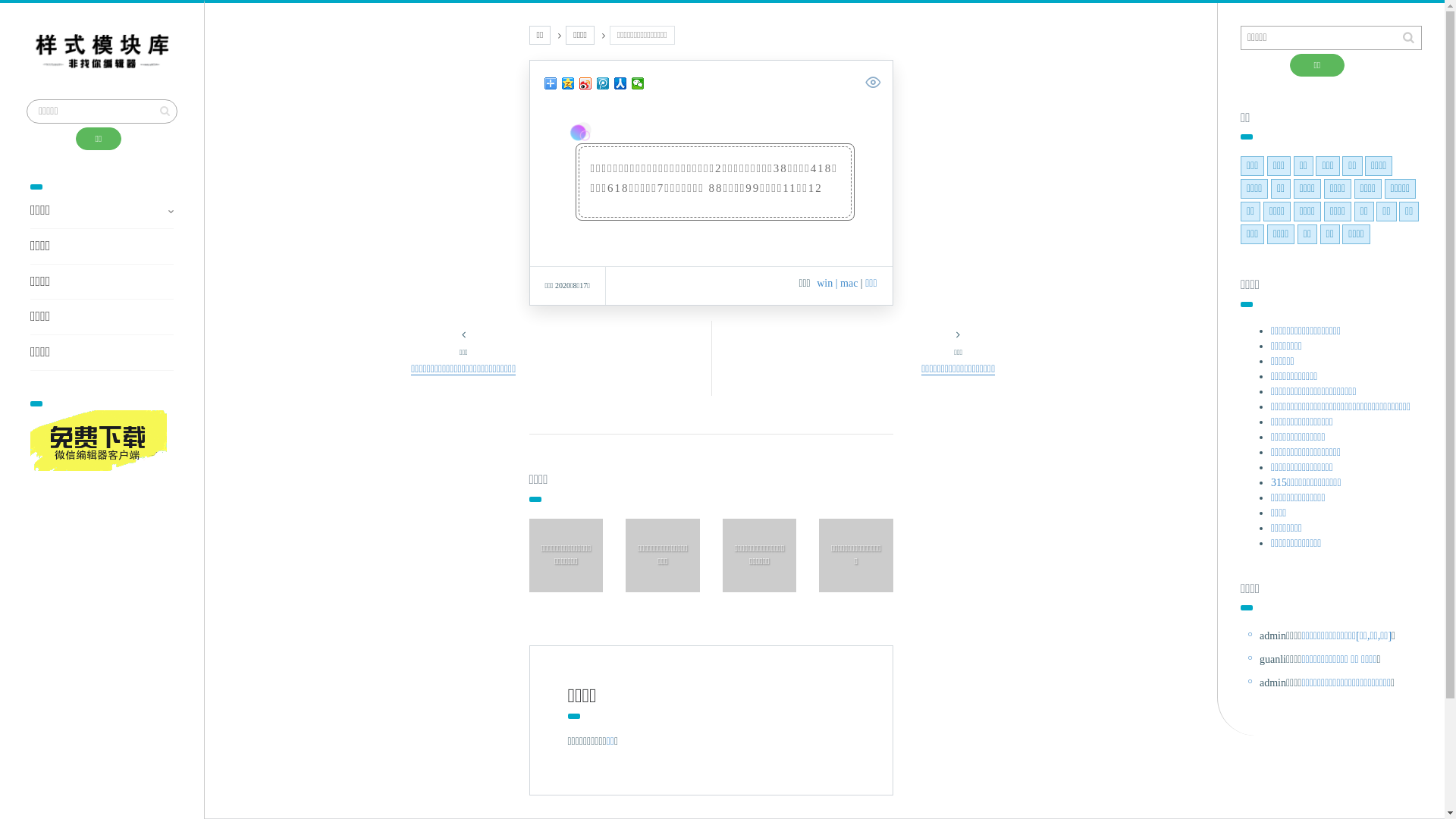  Describe the element at coordinates (846, 283) in the screenshot. I see `'| mac'` at that location.